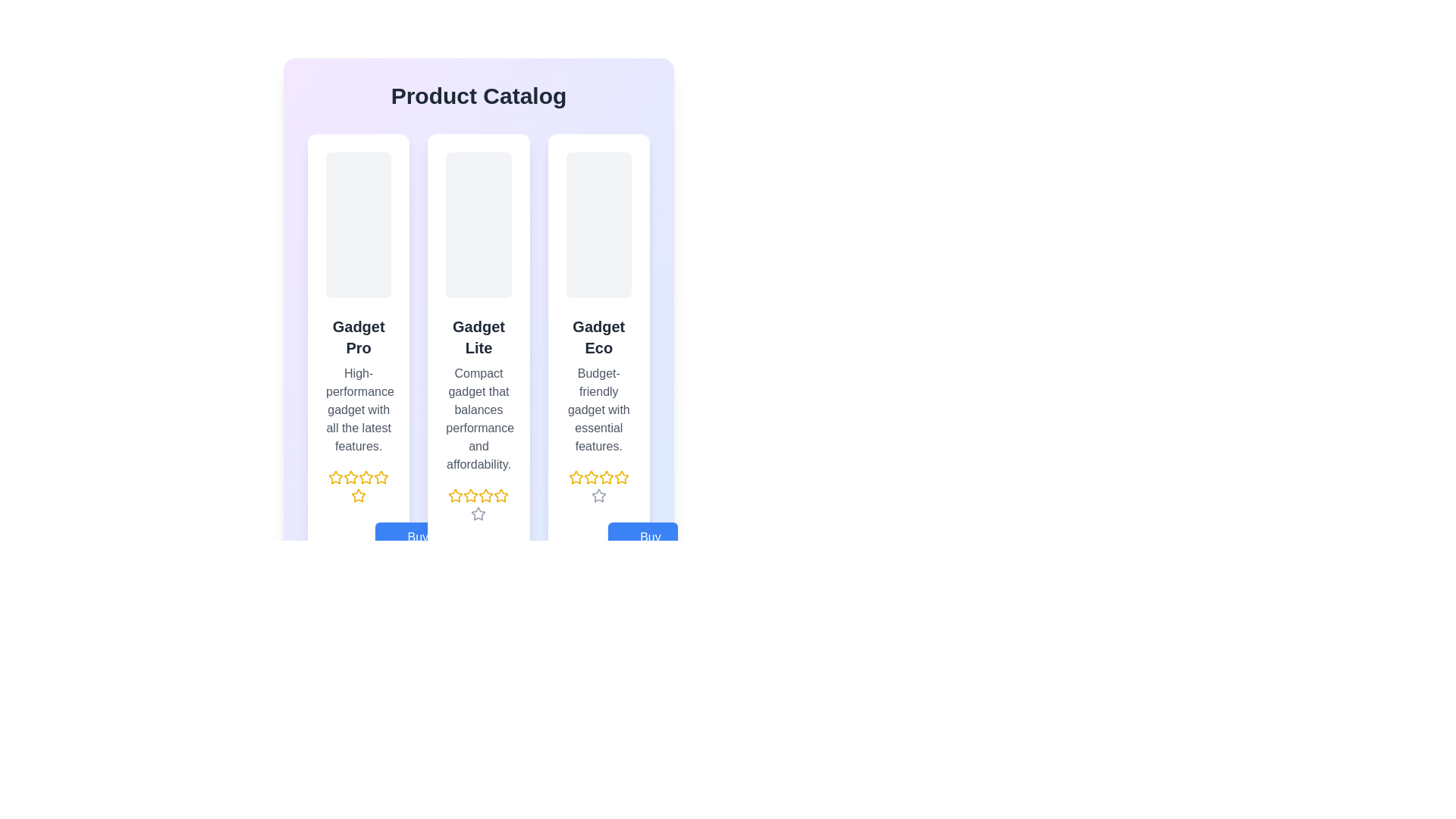 The width and height of the screenshot is (1456, 819). I want to click on the third star icon in the rating row for the 'Gadget Eco' product, so click(590, 476).